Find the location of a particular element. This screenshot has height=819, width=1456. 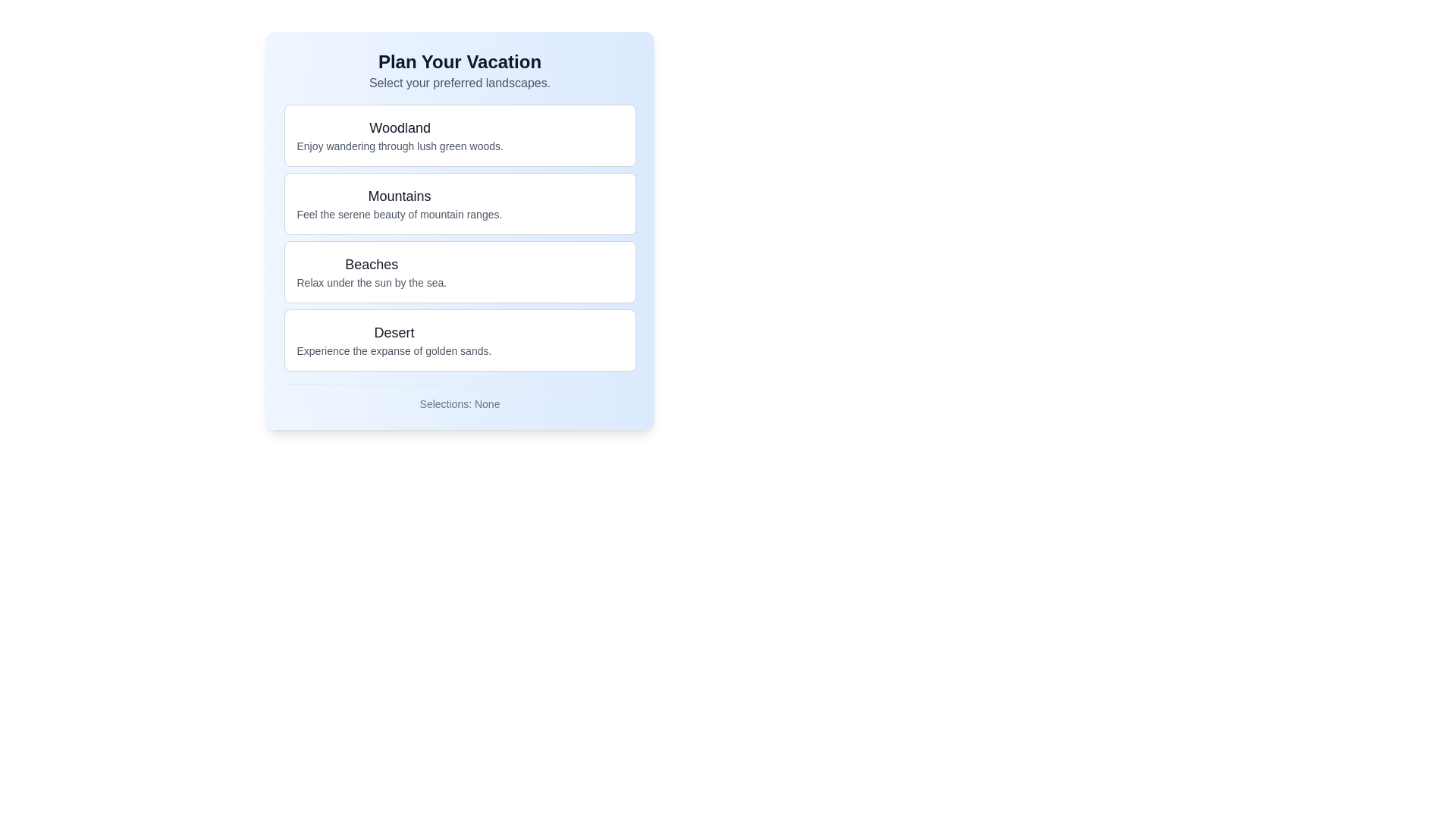

the static text providing additional information about the 'Mountains' option in the vacation selection layout, which is positioned directly below the 'Mountains' text is located at coordinates (399, 214).